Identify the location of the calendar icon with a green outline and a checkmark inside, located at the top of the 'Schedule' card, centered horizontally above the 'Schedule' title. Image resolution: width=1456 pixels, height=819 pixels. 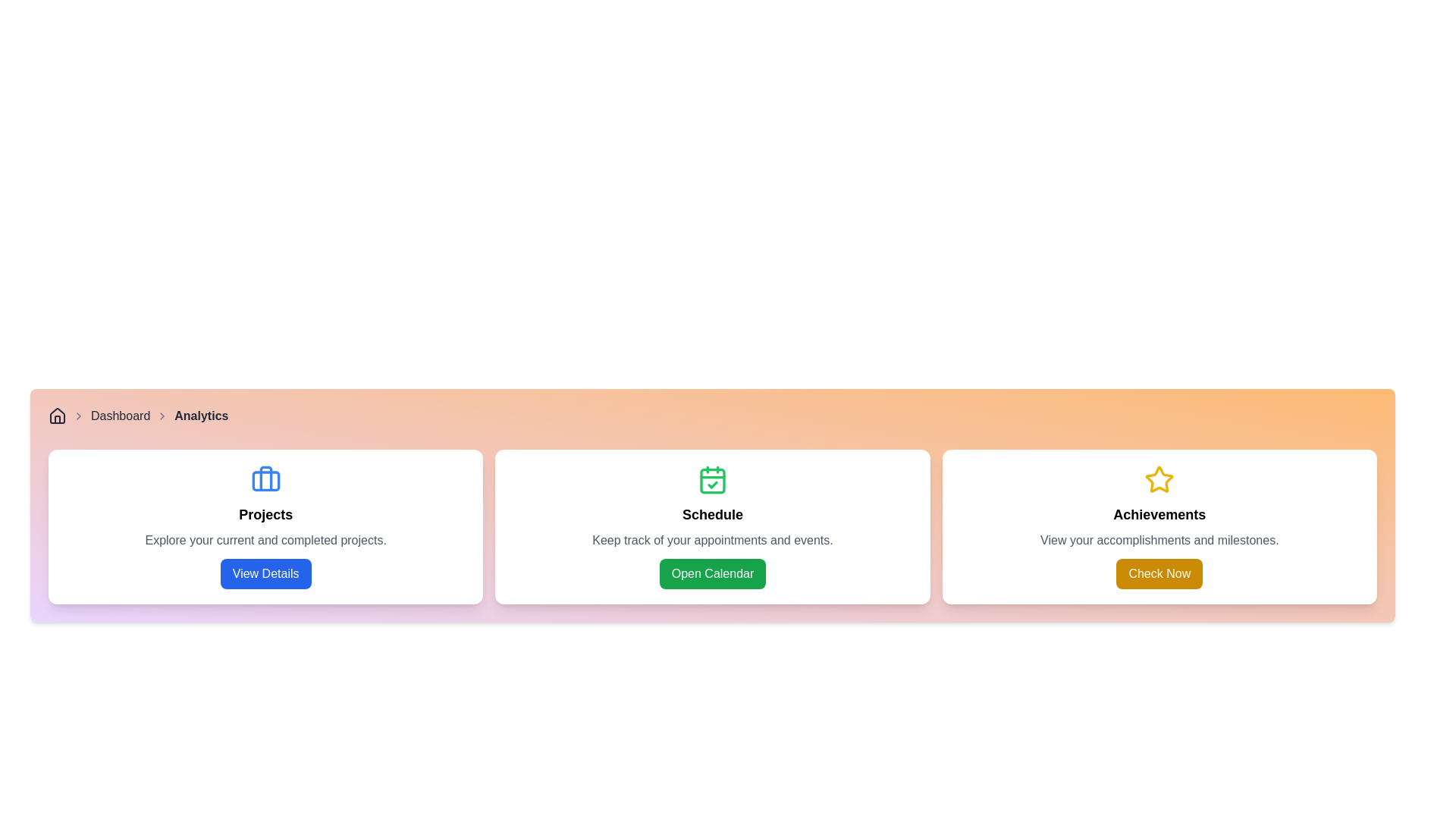
(712, 479).